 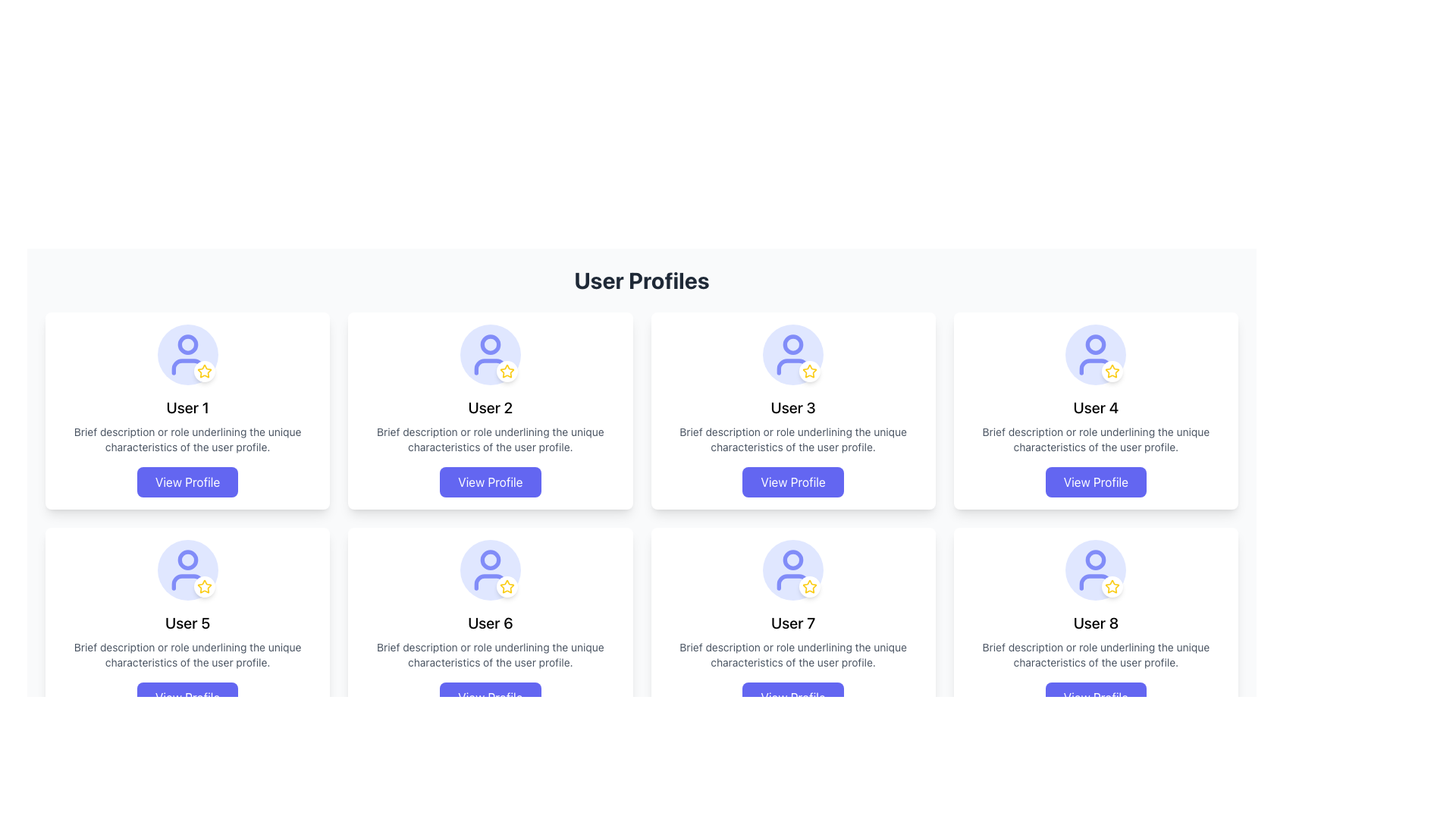 What do you see at coordinates (203, 586) in the screenshot?
I see `the golden-yellow outlined star icon located within the white circular background at the bottom-right corner of the card for 'User 5' to interact with it` at bounding box center [203, 586].